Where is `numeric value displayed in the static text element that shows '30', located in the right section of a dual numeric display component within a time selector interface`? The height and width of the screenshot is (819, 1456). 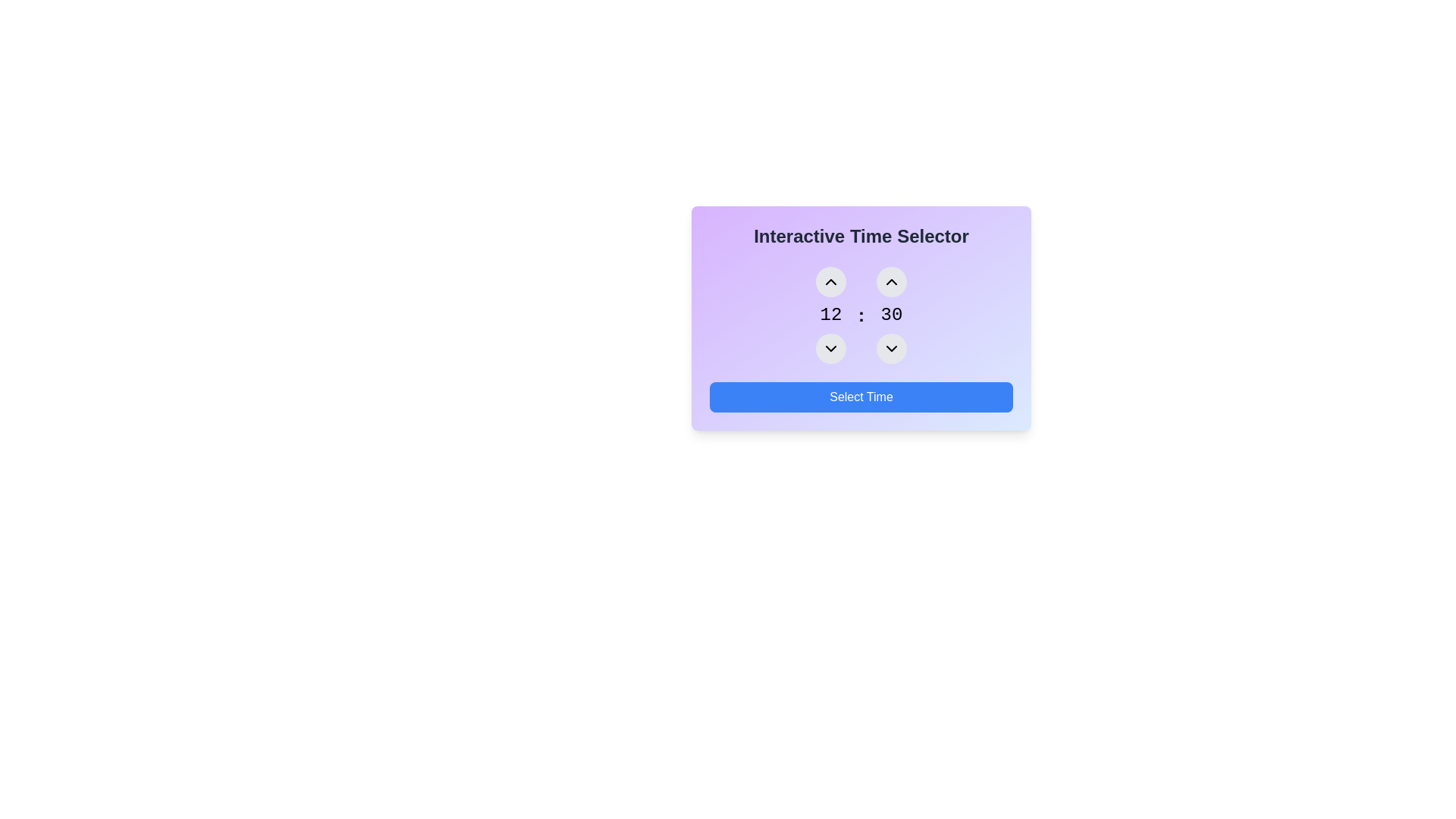 numeric value displayed in the static text element that shows '30', located in the right section of a dual numeric display component within a time selector interface is located at coordinates (892, 315).